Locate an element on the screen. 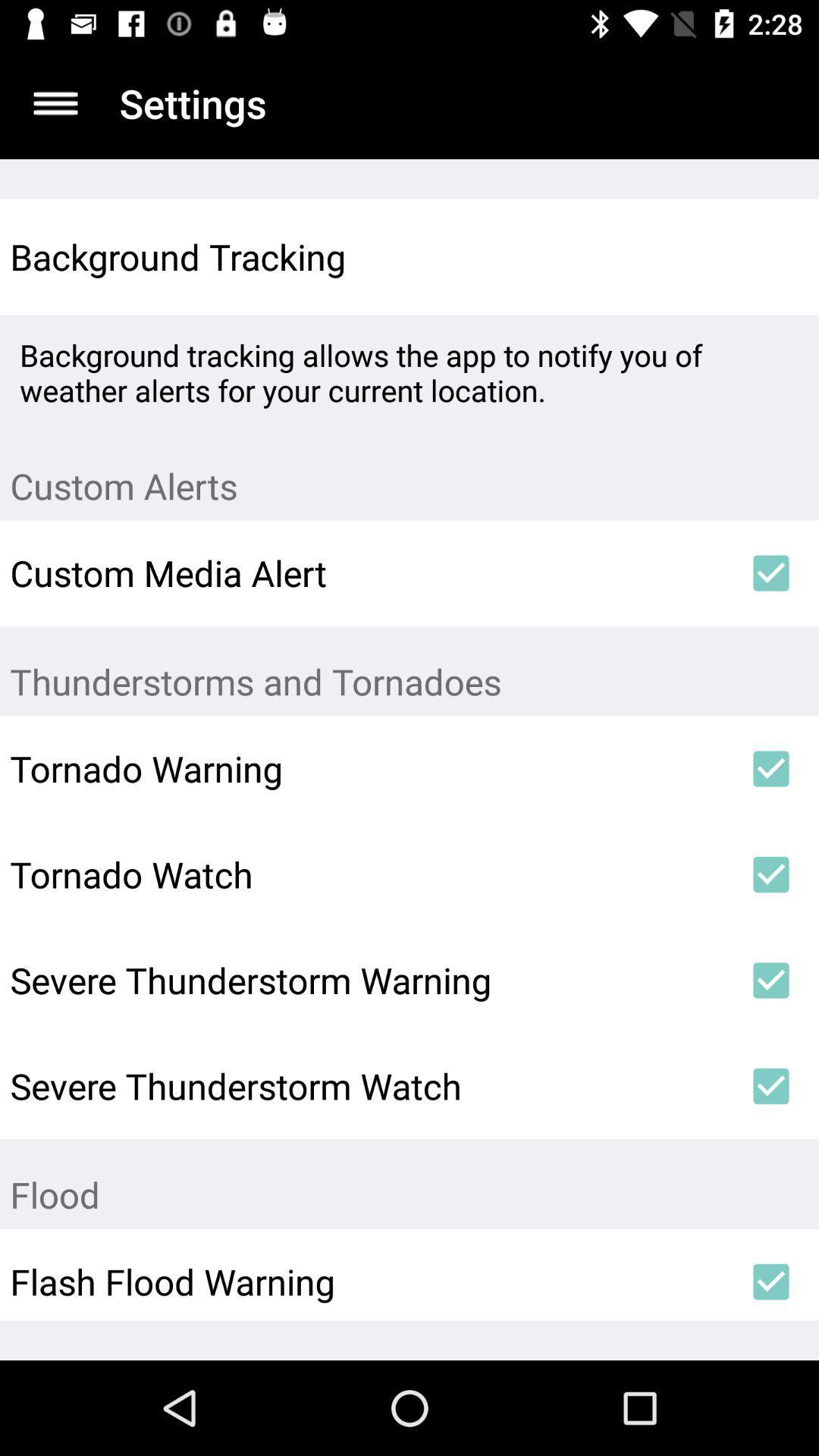 The height and width of the screenshot is (1456, 819). item next to the severe thunderstorm warning icon is located at coordinates (771, 980).